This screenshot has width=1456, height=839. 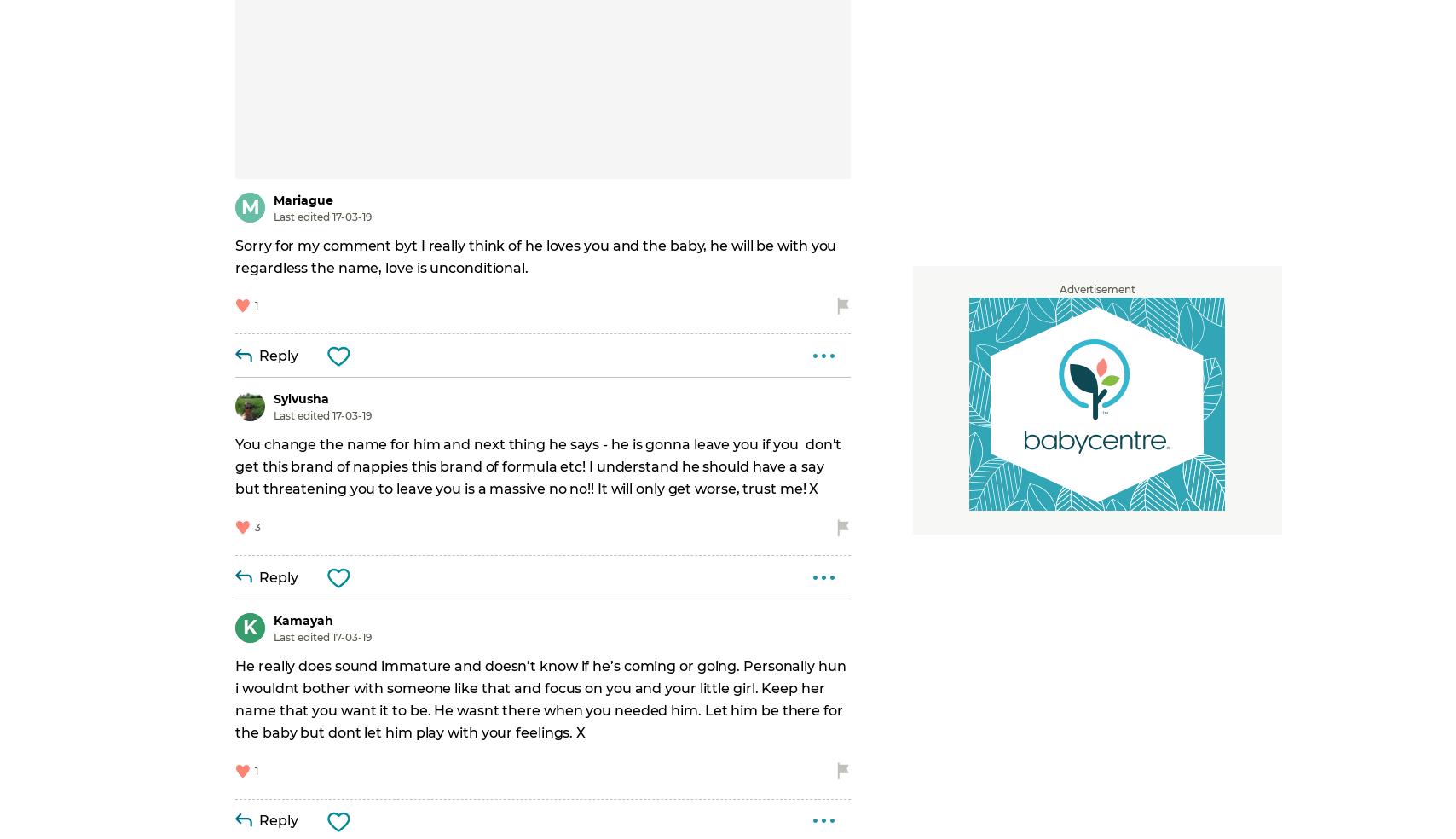 What do you see at coordinates (250, 628) in the screenshot?
I see `'k'` at bounding box center [250, 628].